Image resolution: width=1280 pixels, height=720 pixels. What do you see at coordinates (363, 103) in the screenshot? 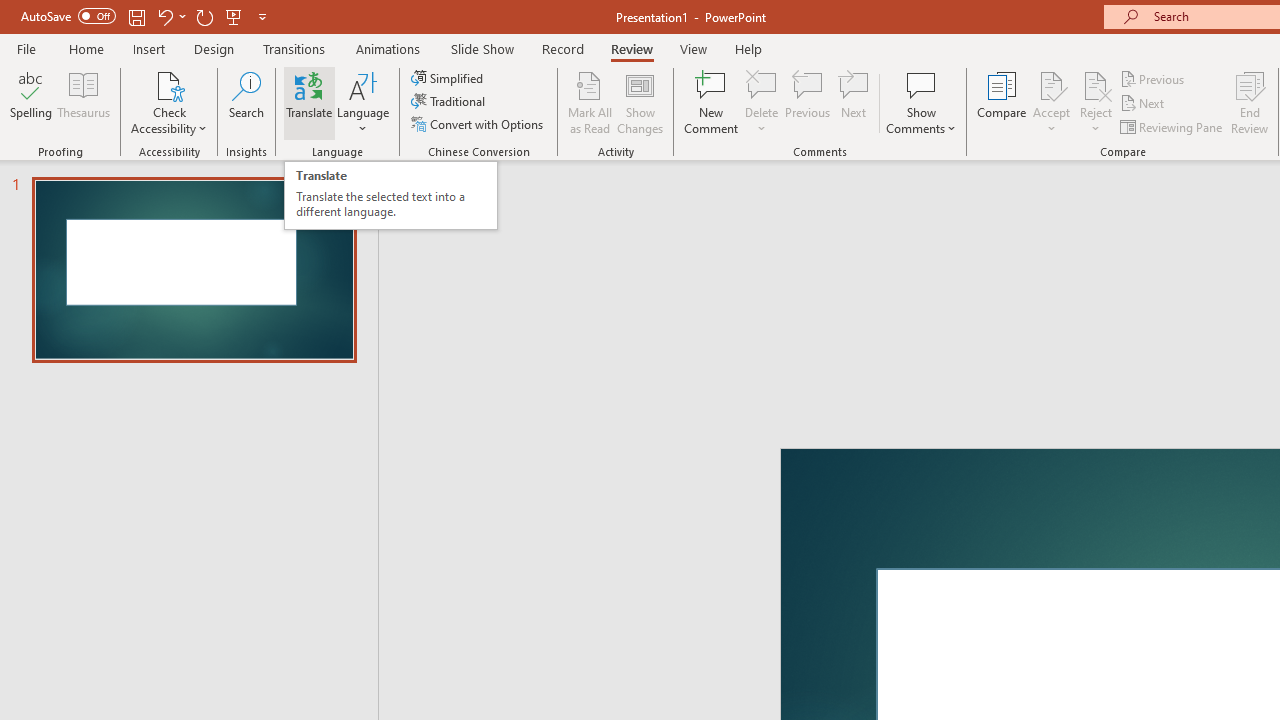
I see `'Language'` at bounding box center [363, 103].